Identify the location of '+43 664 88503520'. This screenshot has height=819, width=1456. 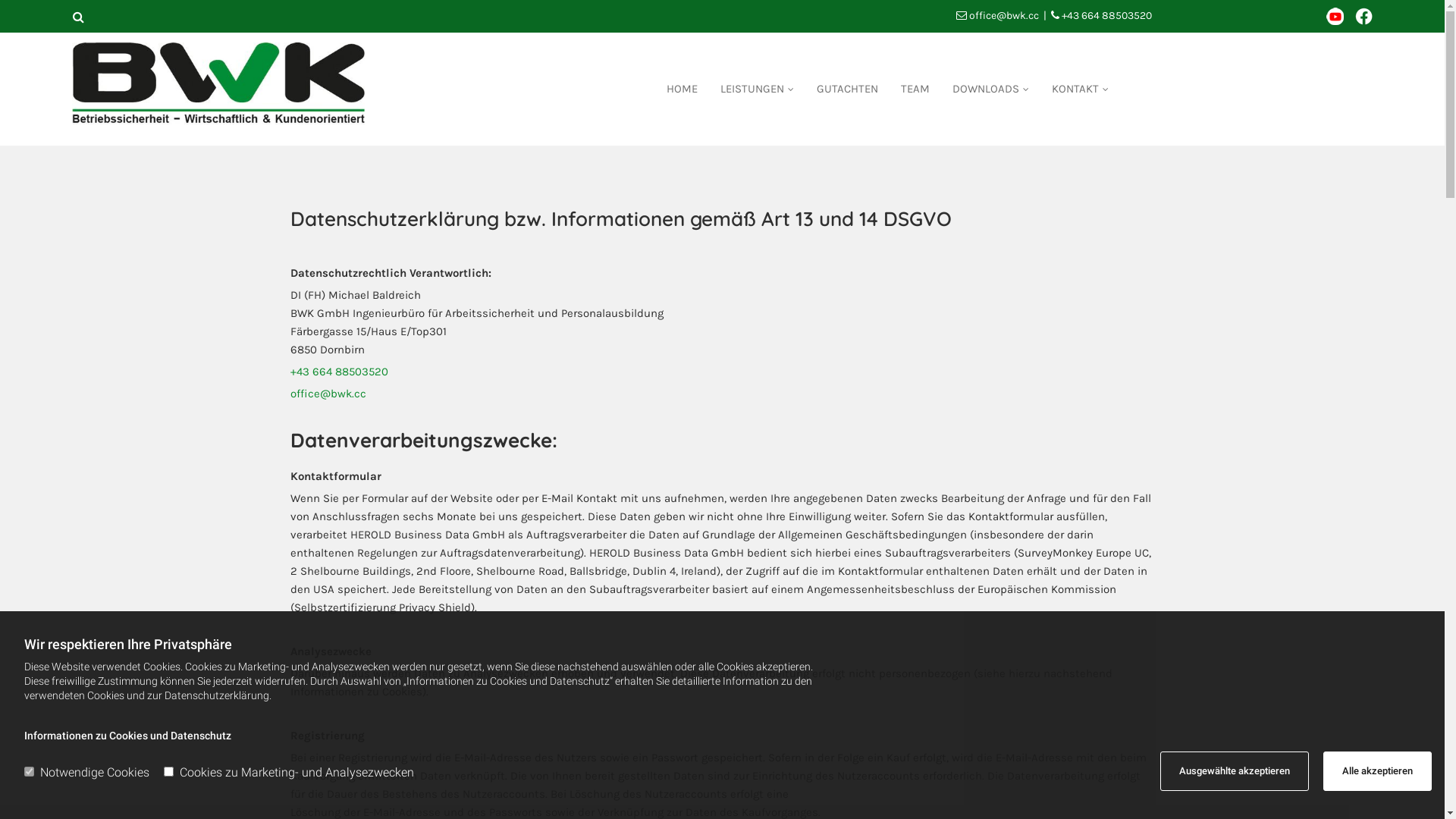
(1106, 15).